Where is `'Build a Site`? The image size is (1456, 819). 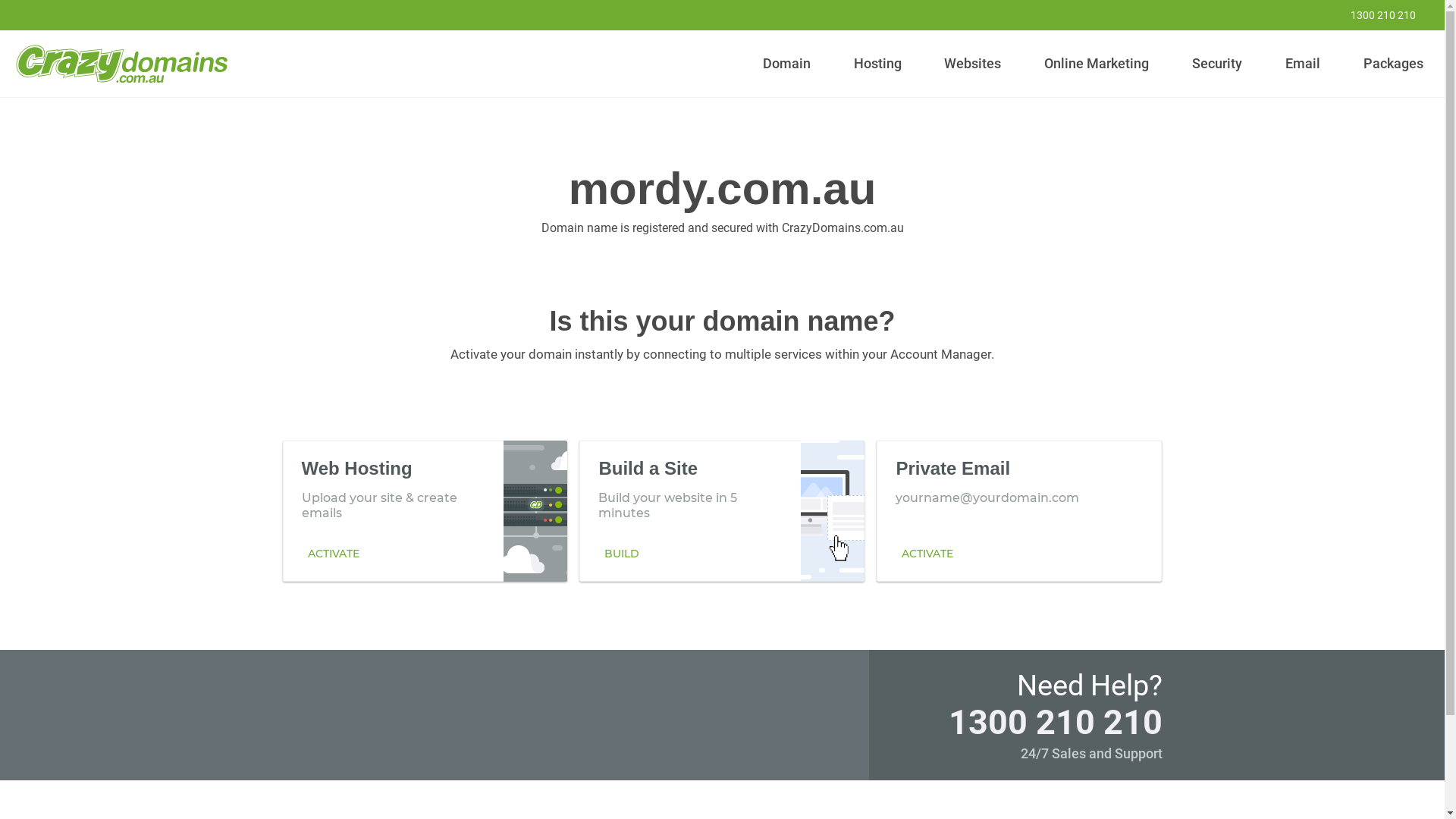
'Build a Site is located at coordinates (720, 510).